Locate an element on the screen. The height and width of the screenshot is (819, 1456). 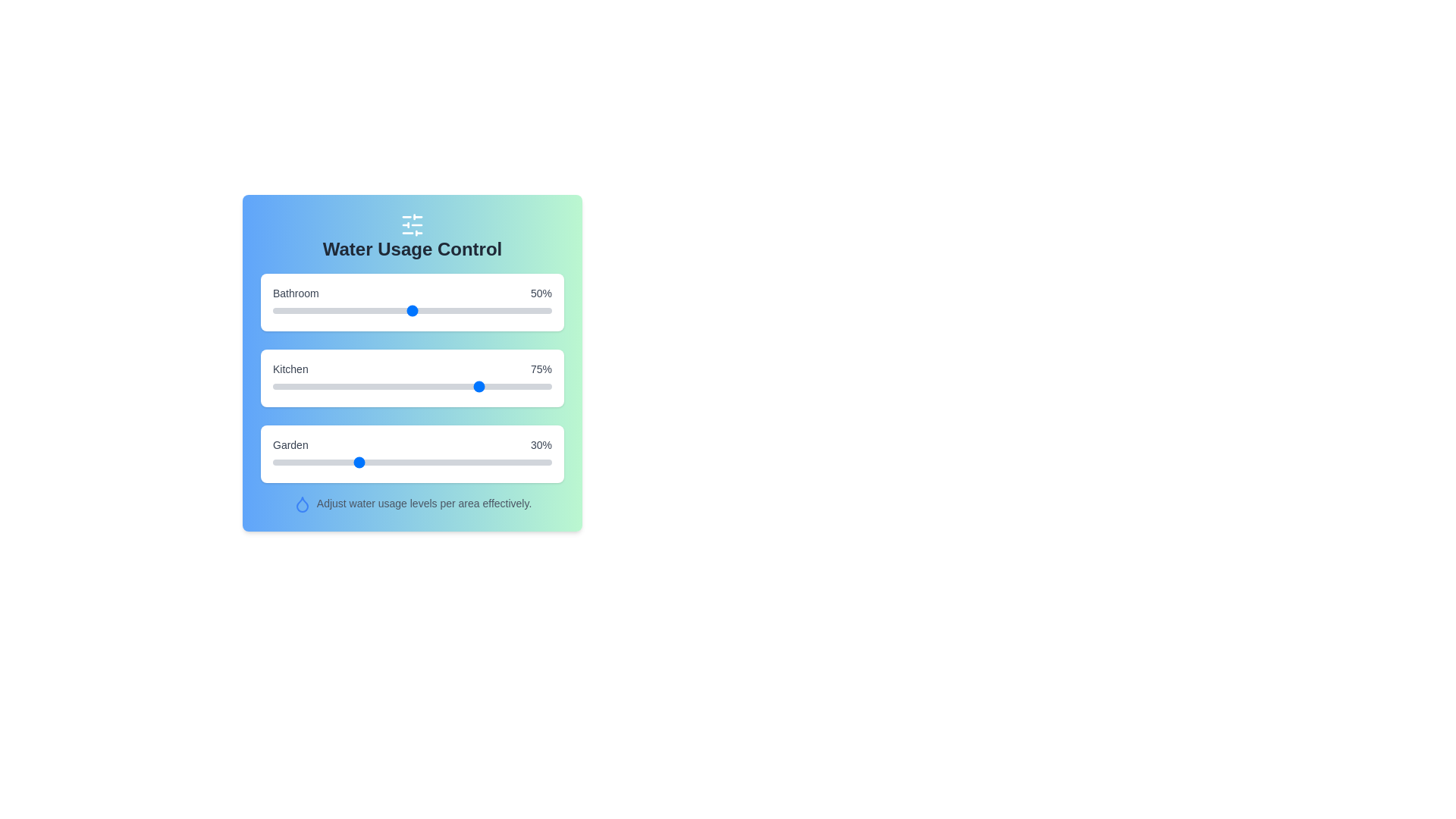
the Bathroom usage slider to 24% is located at coordinates (339, 309).